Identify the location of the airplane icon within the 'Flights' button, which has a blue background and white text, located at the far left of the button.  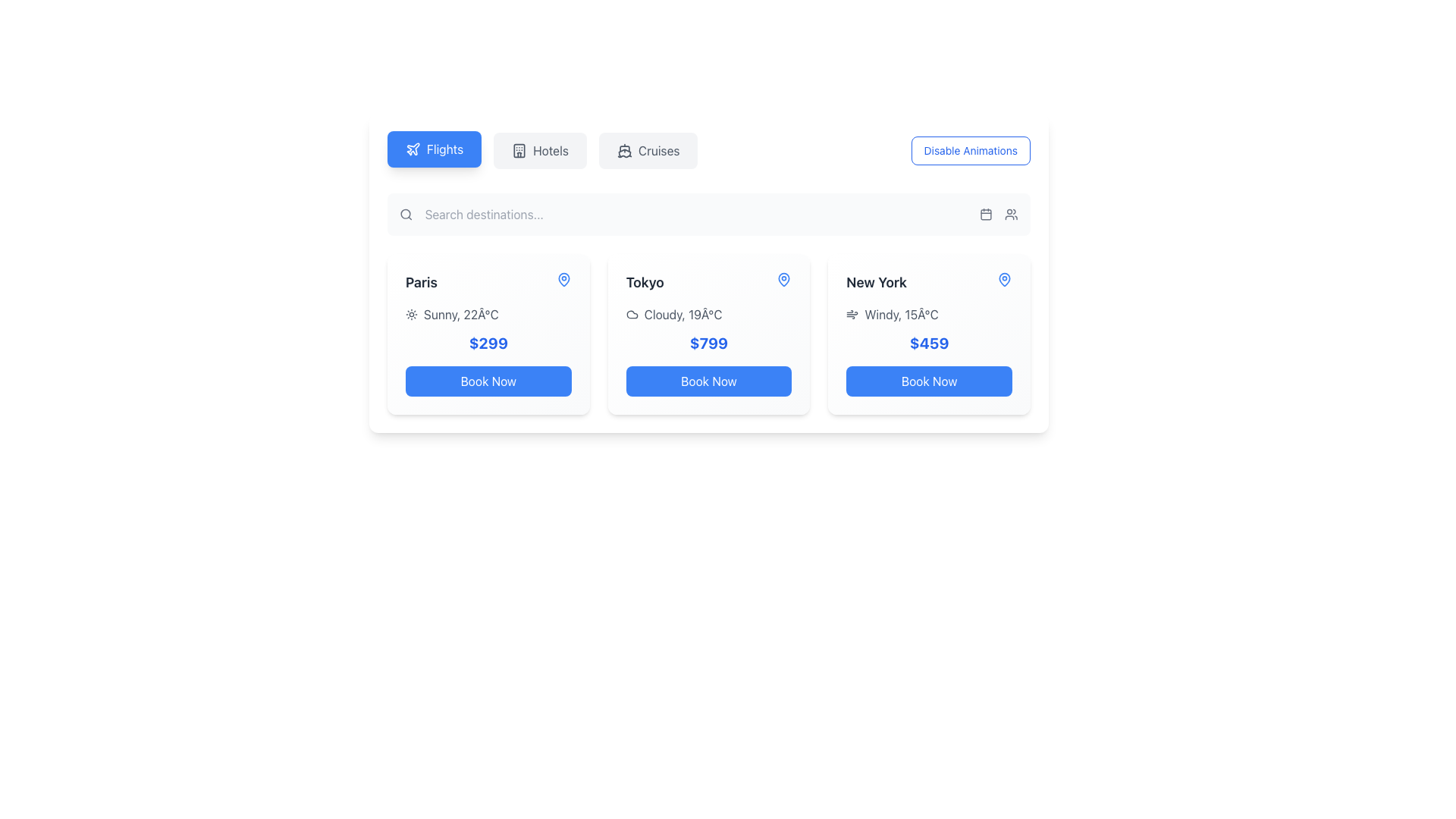
(413, 149).